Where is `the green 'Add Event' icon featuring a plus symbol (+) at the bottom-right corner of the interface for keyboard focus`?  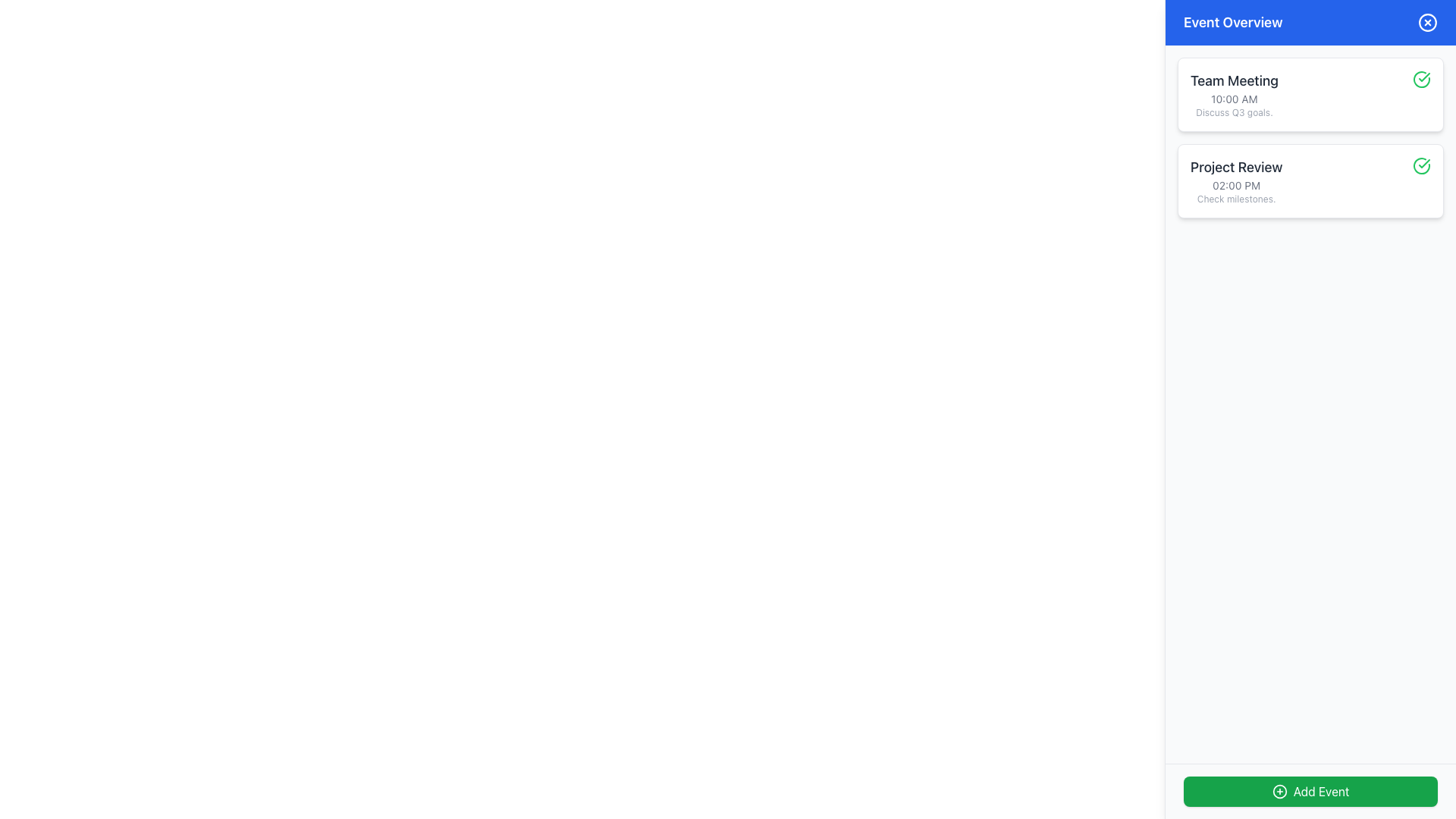
the green 'Add Event' icon featuring a plus symbol (+) at the bottom-right corner of the interface for keyboard focus is located at coordinates (1279, 791).